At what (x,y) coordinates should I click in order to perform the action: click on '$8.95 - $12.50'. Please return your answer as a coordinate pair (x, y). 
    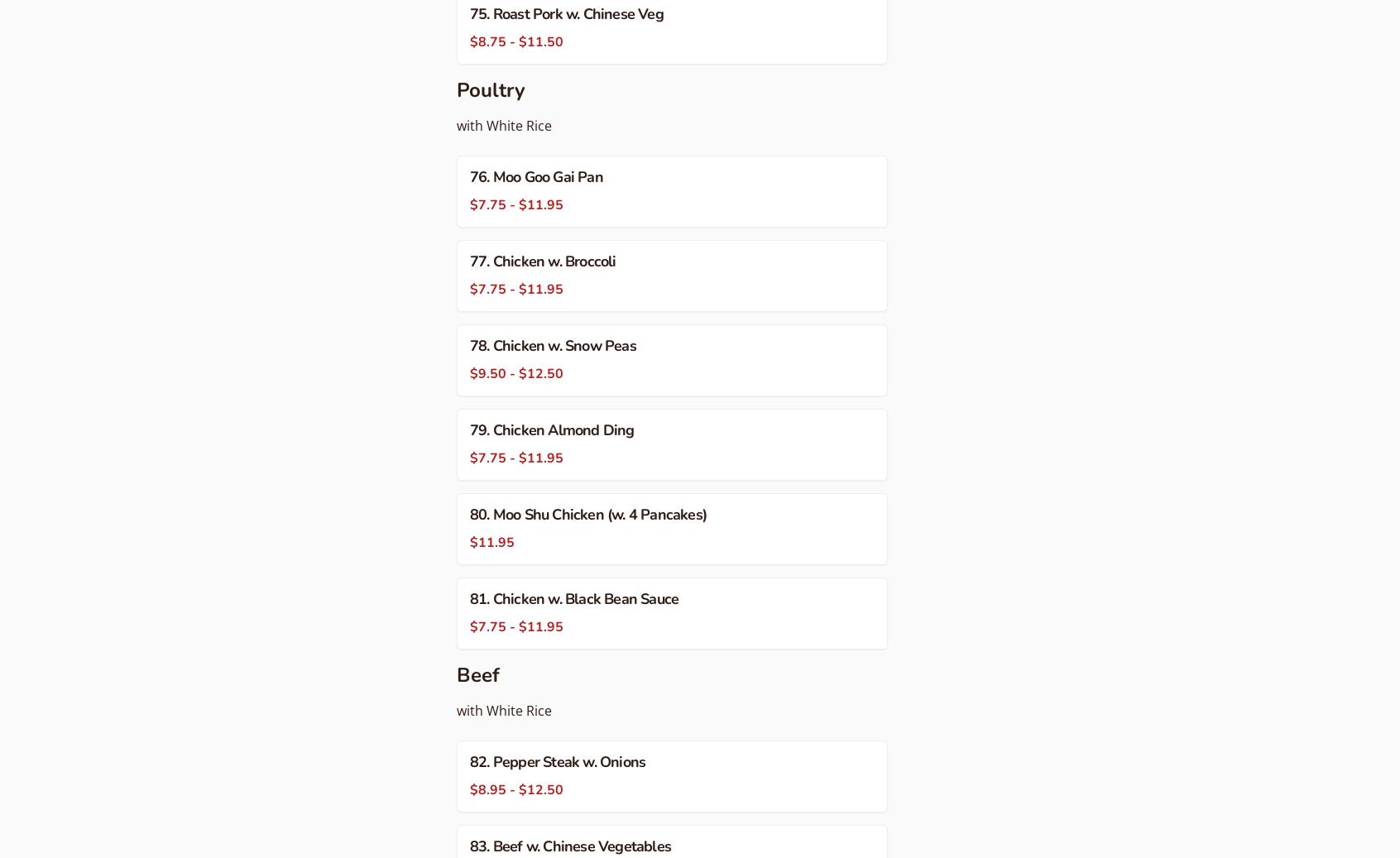
    Looking at the image, I should click on (515, 789).